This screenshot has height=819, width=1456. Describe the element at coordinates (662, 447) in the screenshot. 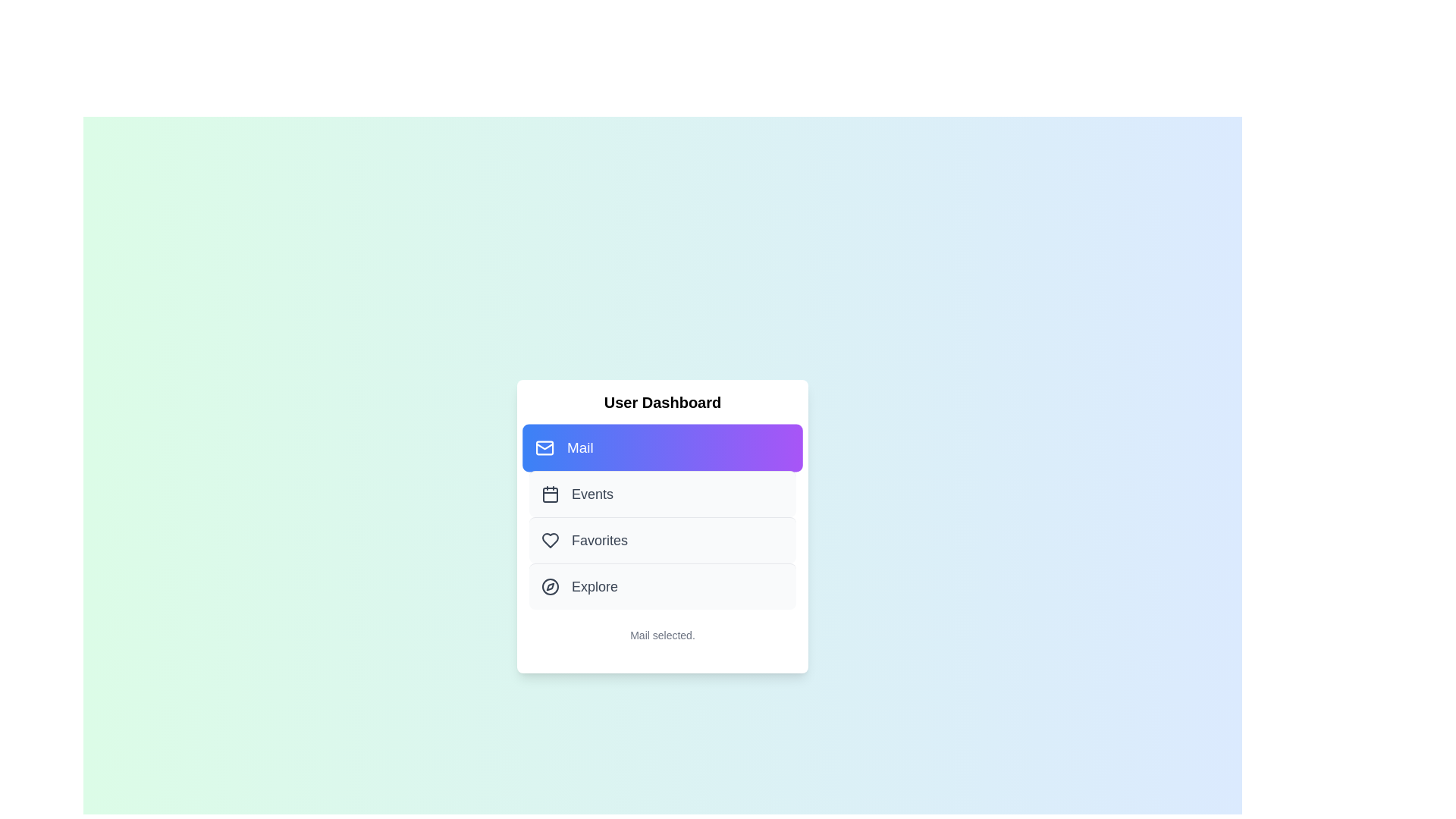

I see `the menu option labeled Mail` at that location.